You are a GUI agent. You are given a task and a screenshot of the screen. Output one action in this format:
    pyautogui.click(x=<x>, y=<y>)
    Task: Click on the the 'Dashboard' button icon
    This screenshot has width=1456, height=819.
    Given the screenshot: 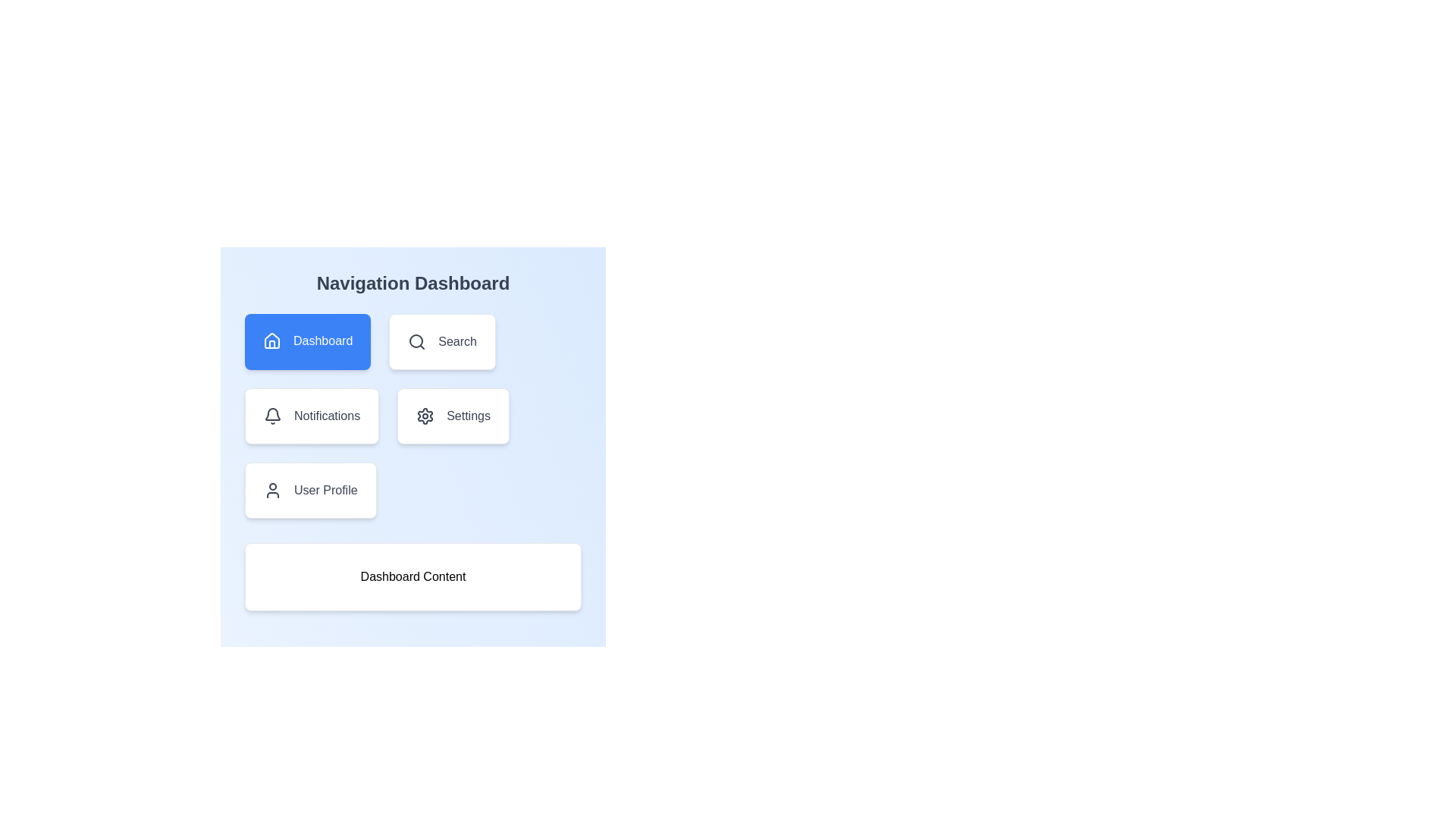 What is the action you would take?
    pyautogui.click(x=272, y=339)
    